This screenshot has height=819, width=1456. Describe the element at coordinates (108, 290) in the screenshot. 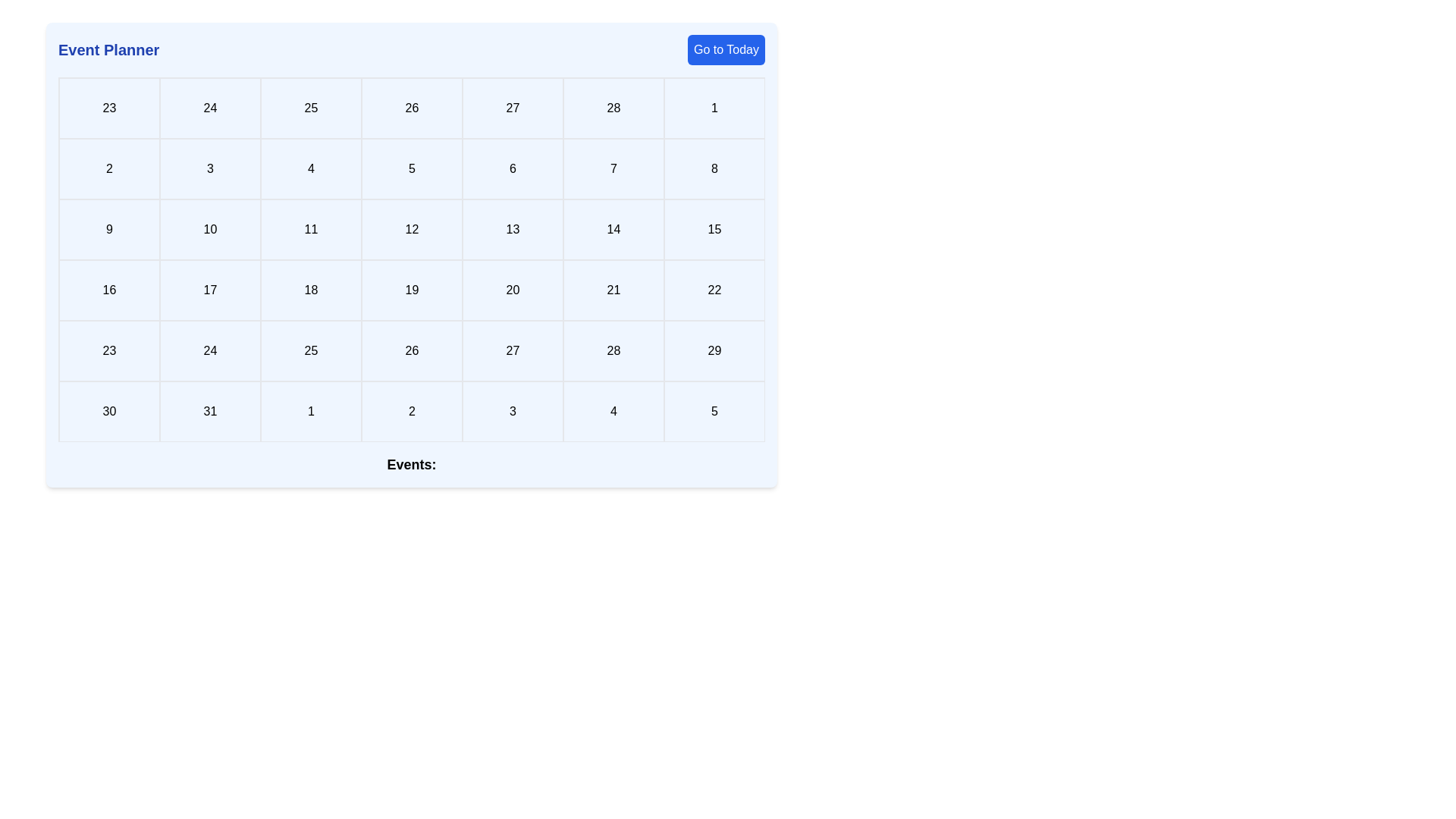

I see `the calendar cell representing the 16th day` at that location.